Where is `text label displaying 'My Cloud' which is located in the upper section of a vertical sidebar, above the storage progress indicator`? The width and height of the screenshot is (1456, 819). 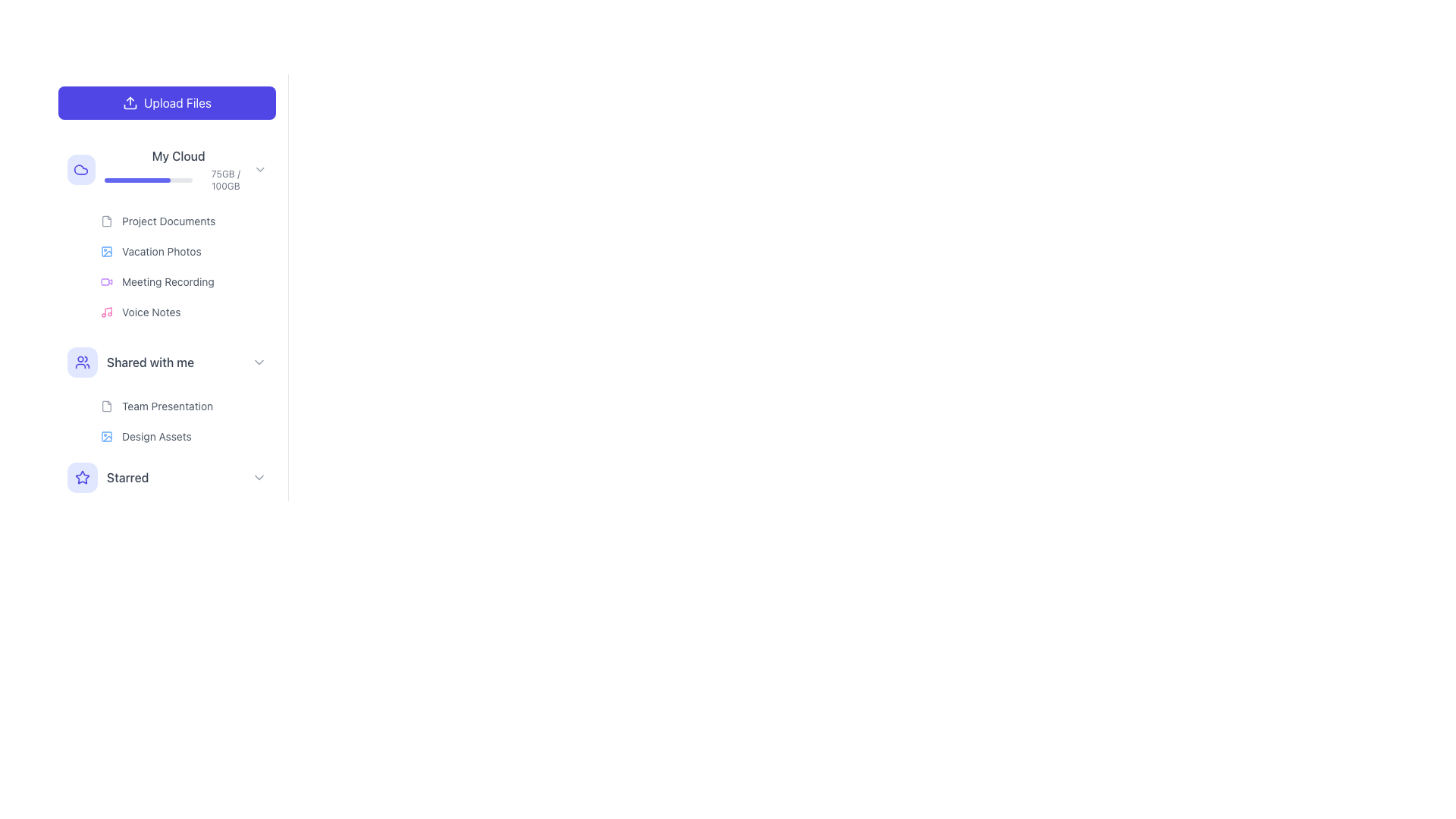
text label displaying 'My Cloud' which is located in the upper section of a vertical sidebar, above the storage progress indicator is located at coordinates (178, 155).